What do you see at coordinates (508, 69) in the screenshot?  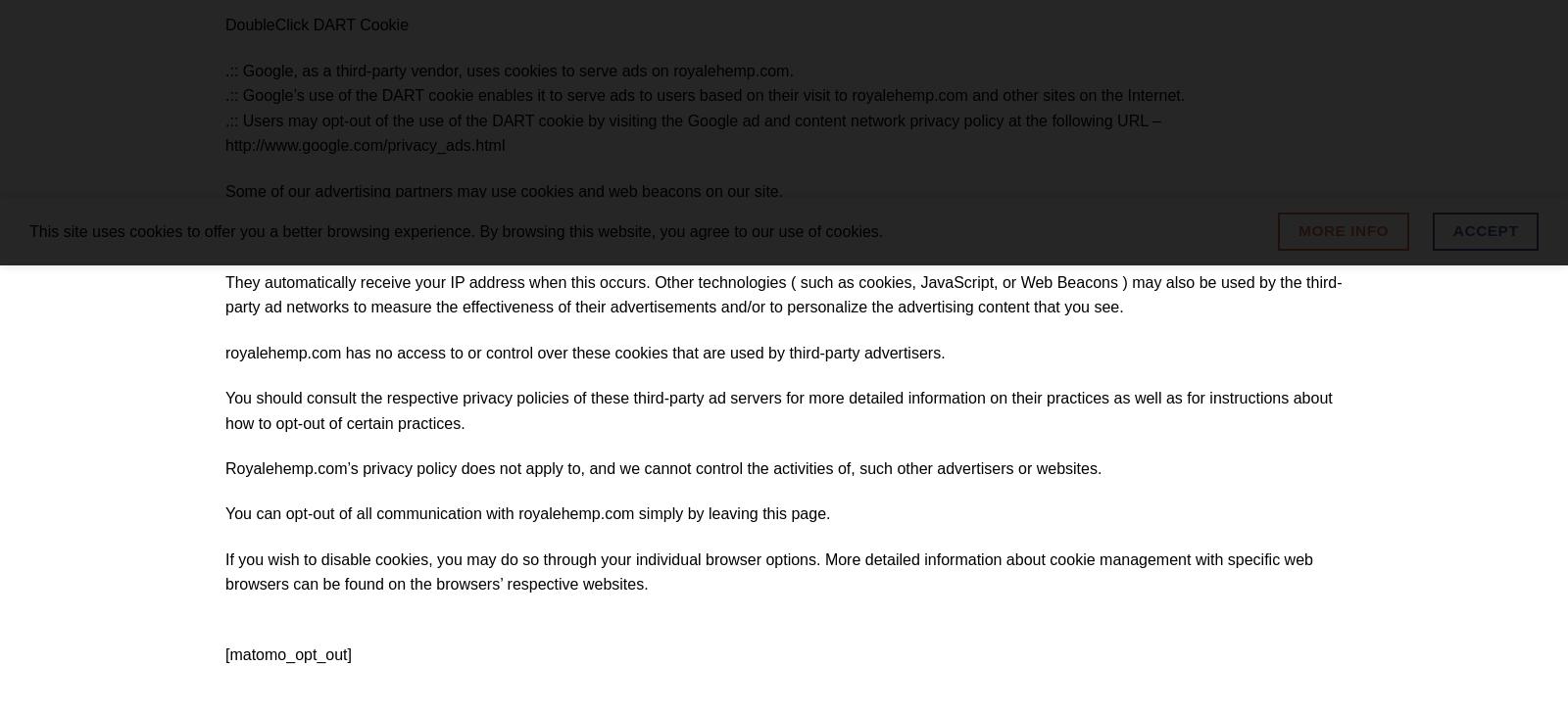 I see `'.:: Google, as a third-party vendor, uses cookies to serve ads on royalehemp.com.'` at bounding box center [508, 69].